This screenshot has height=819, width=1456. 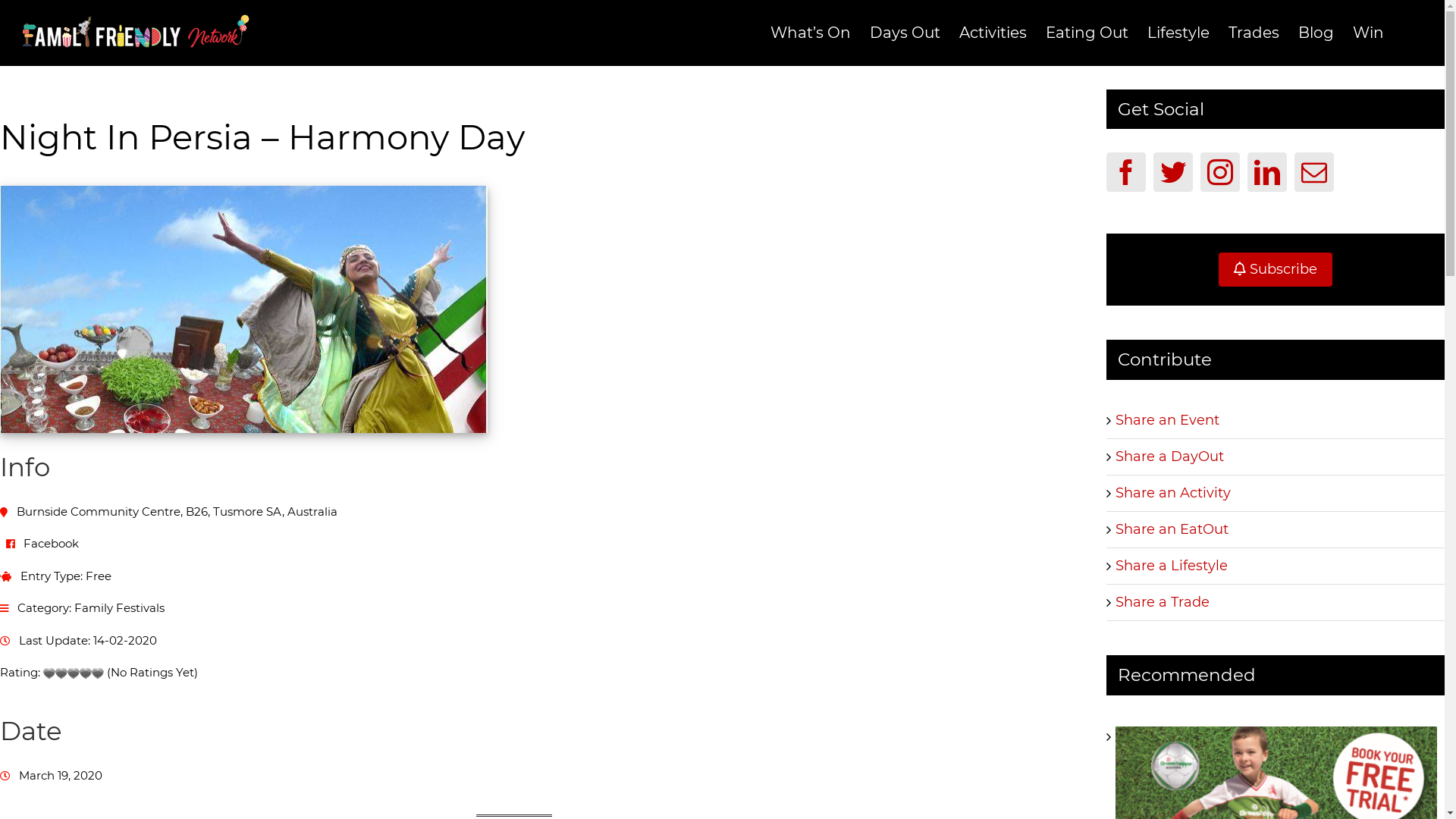 I want to click on 'Subscribe', so click(x=1274, y=268).